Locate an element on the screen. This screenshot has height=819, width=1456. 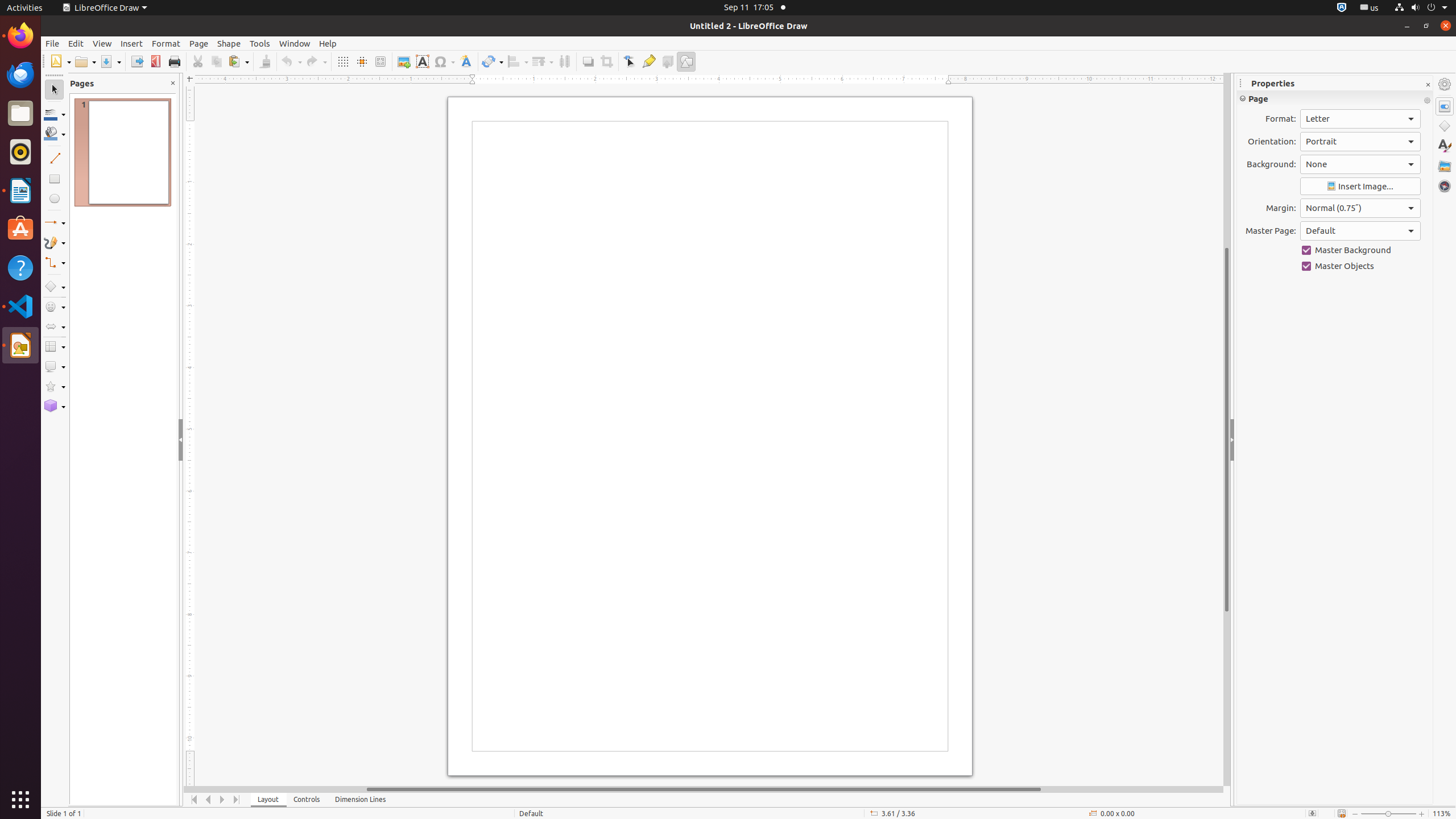
'PDF' is located at coordinates (155, 61).